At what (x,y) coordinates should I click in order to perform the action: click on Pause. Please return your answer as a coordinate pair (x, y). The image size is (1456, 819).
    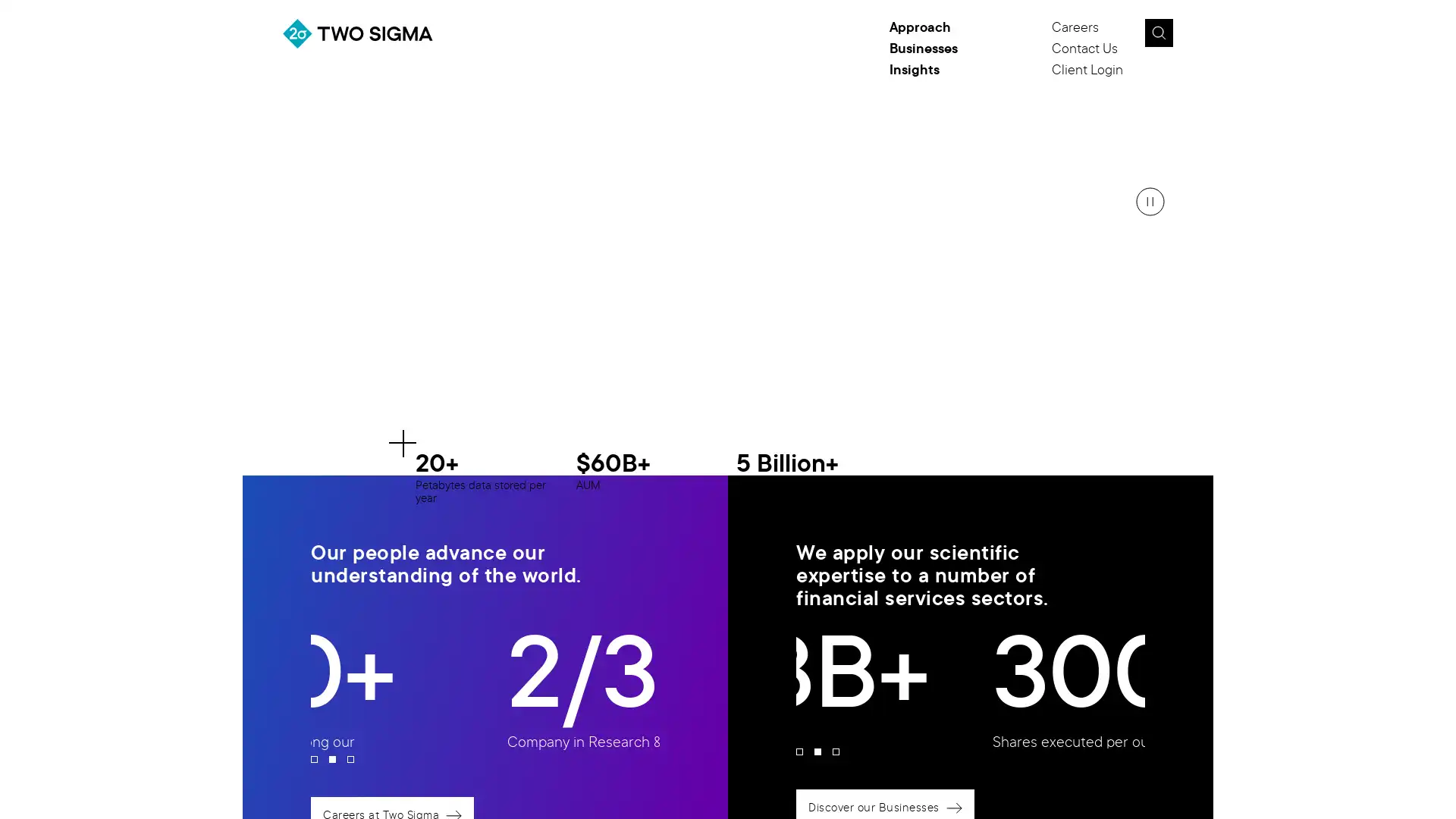
    Looking at the image, I should click on (1150, 201).